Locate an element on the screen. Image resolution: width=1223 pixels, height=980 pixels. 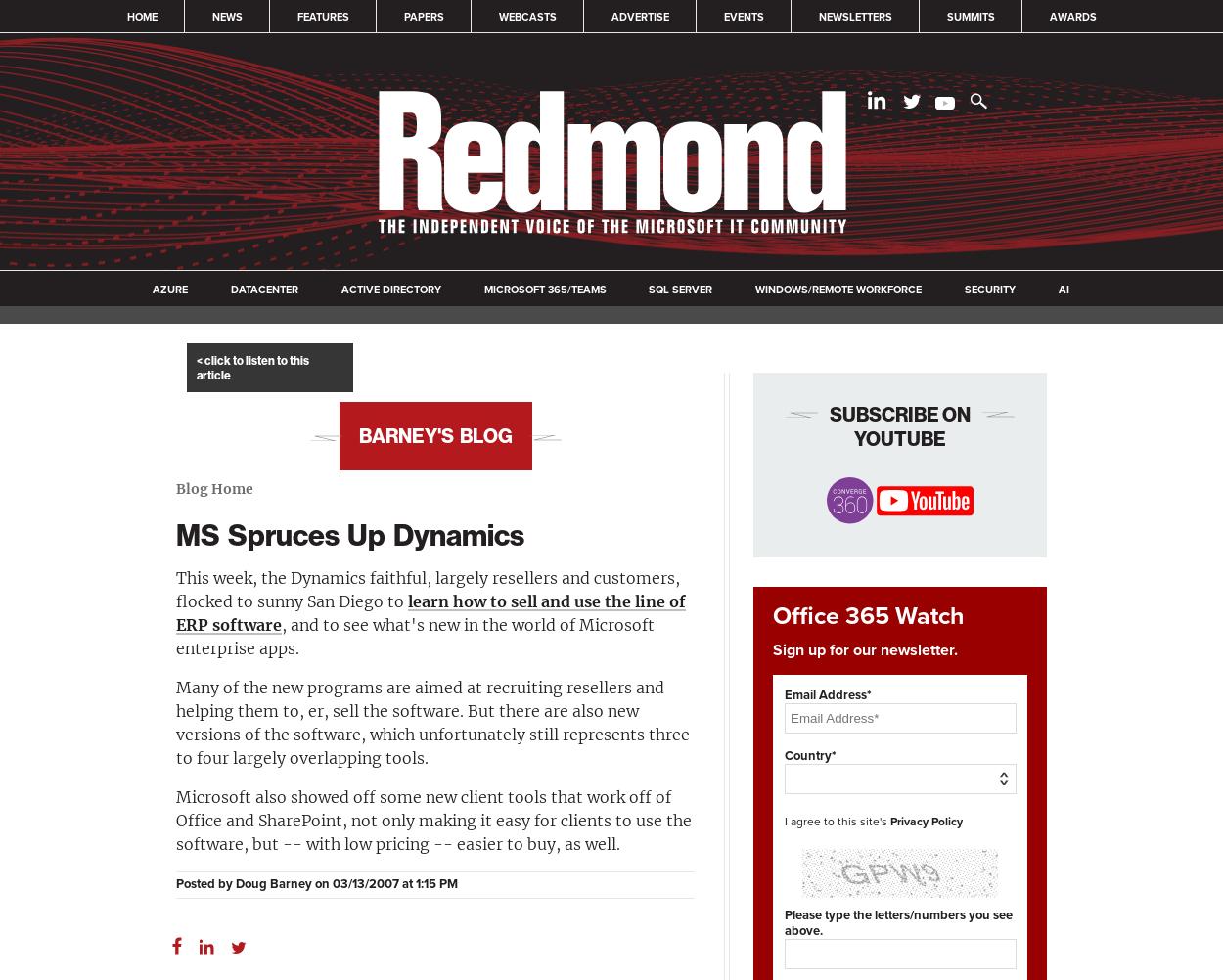
'Active Directory' is located at coordinates (390, 289).